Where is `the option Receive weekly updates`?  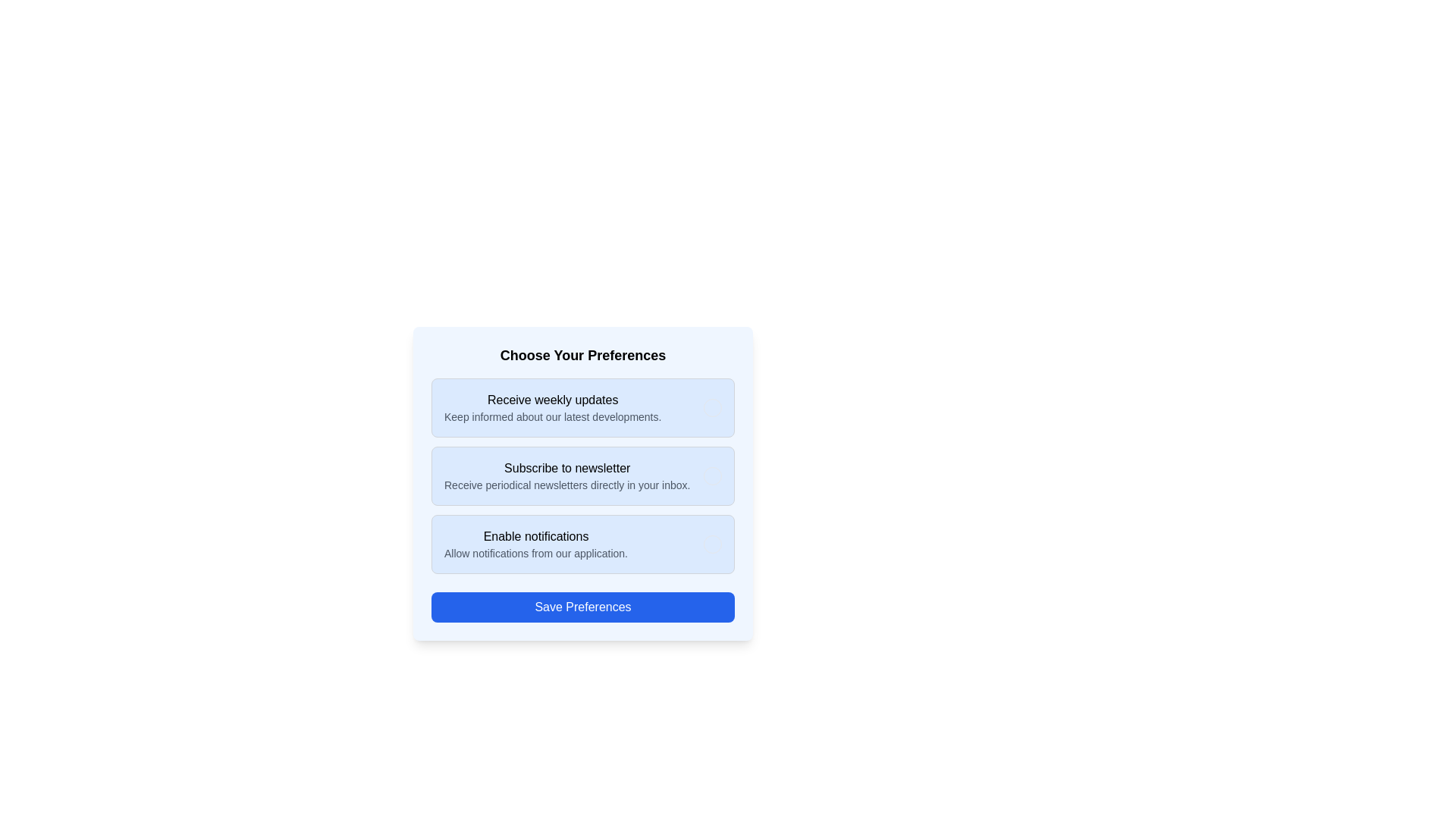
the option Receive weekly updates is located at coordinates (712, 406).